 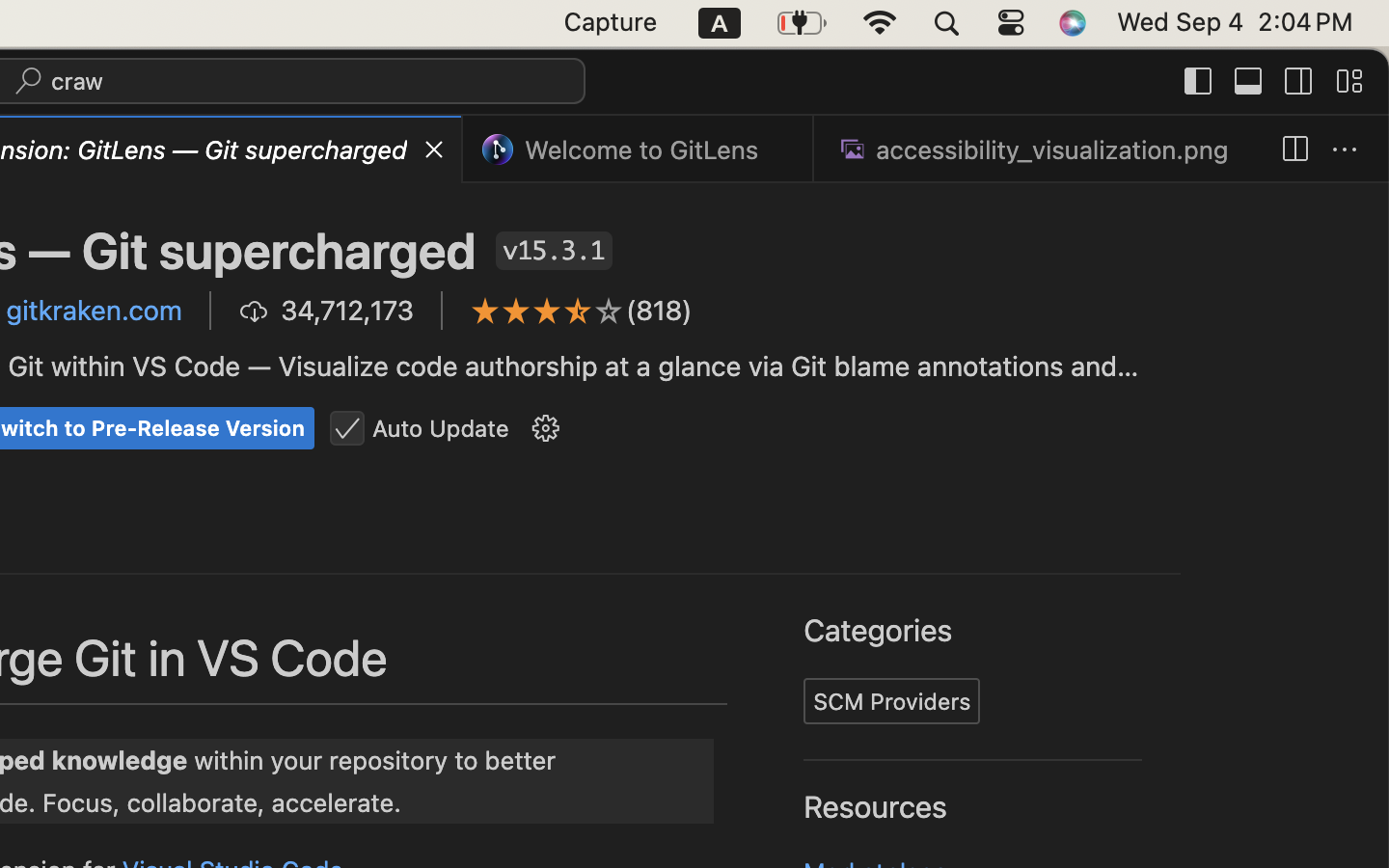 What do you see at coordinates (347, 428) in the screenshot?
I see `''` at bounding box center [347, 428].